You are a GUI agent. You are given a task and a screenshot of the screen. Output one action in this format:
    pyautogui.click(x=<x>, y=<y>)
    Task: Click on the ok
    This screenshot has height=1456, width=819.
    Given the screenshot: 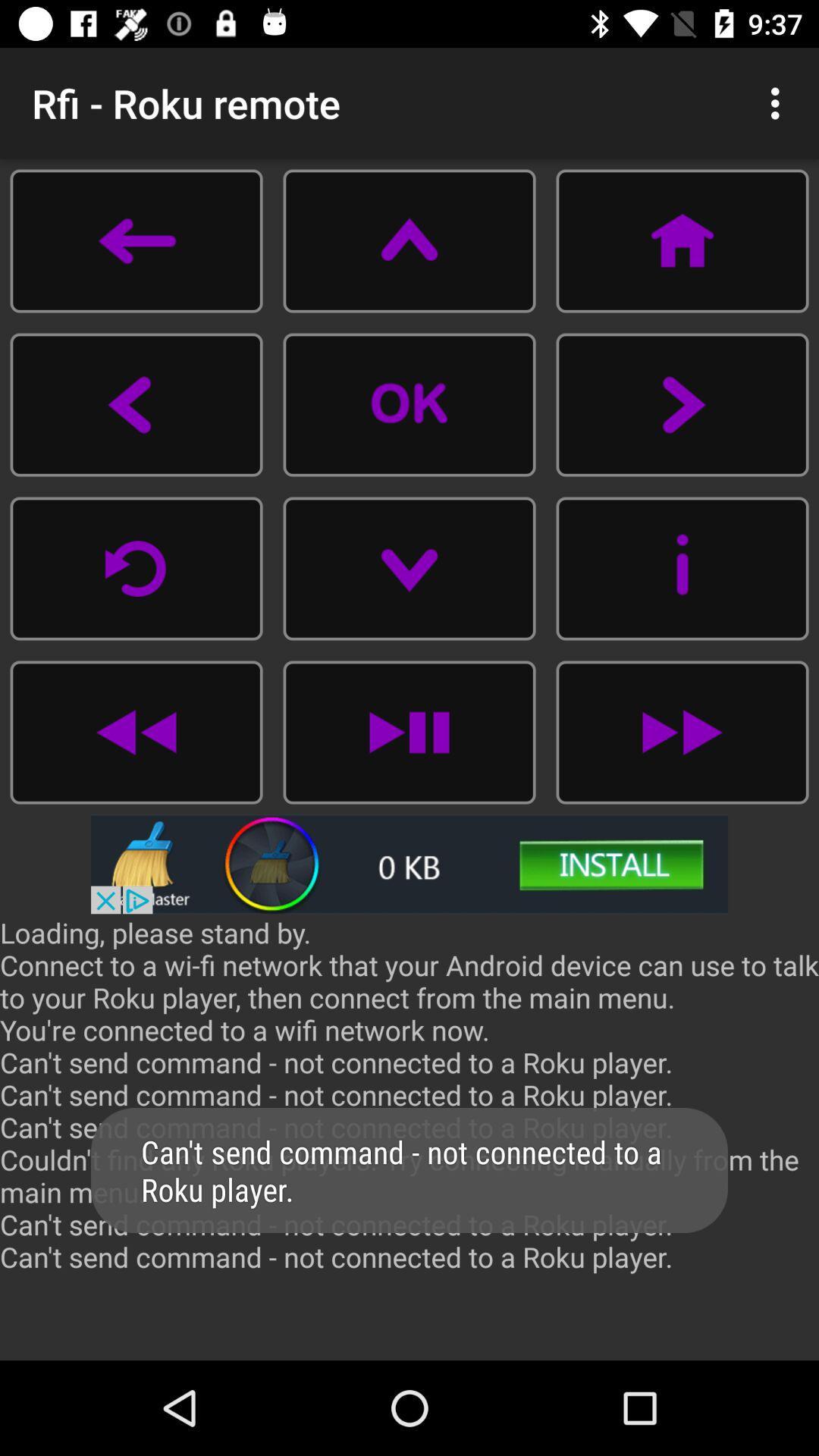 What is the action you would take?
    pyautogui.click(x=409, y=404)
    